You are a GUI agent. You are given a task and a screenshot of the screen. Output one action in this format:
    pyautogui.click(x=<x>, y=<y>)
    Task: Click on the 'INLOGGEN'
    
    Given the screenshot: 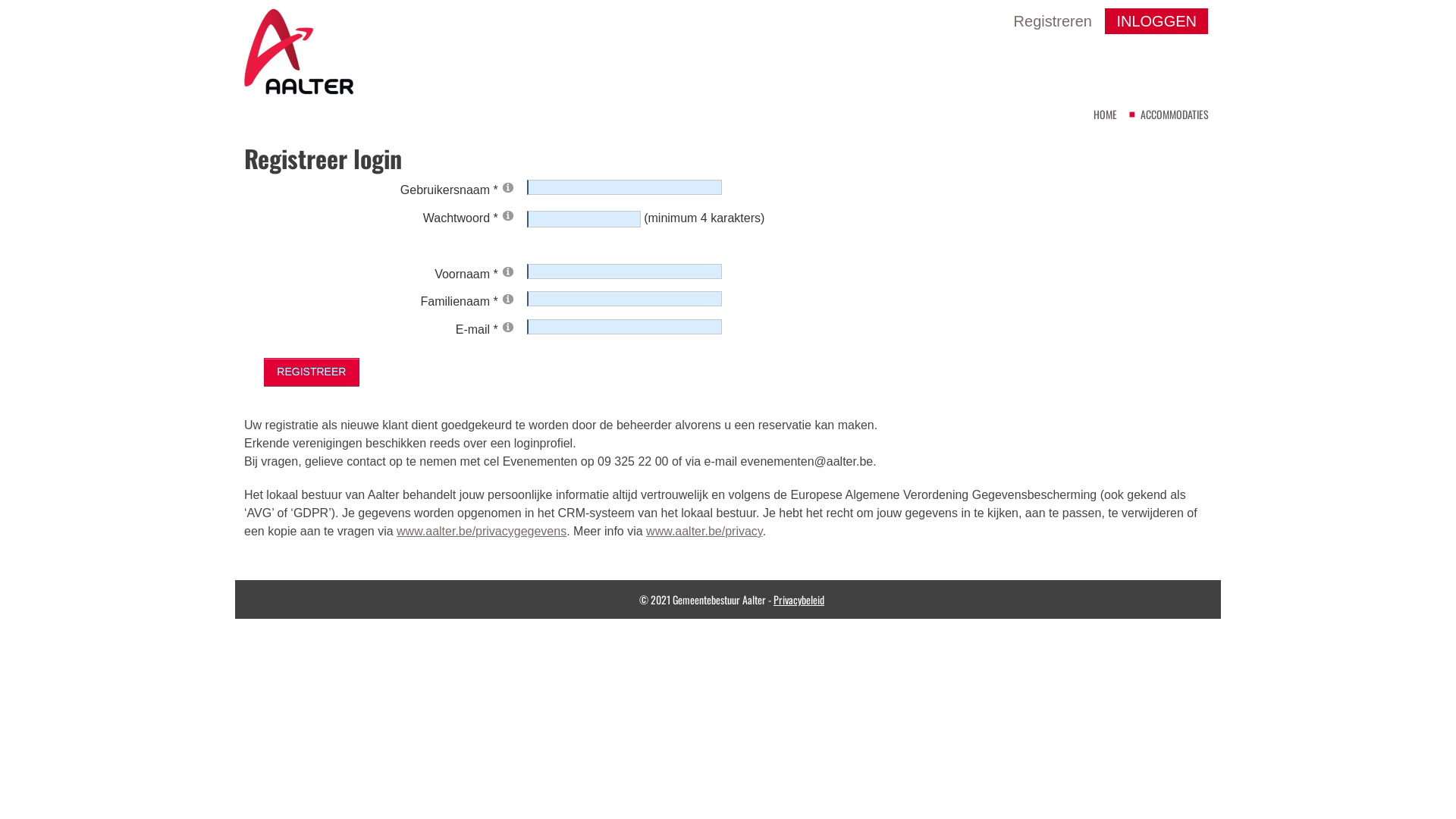 What is the action you would take?
    pyautogui.click(x=1105, y=20)
    